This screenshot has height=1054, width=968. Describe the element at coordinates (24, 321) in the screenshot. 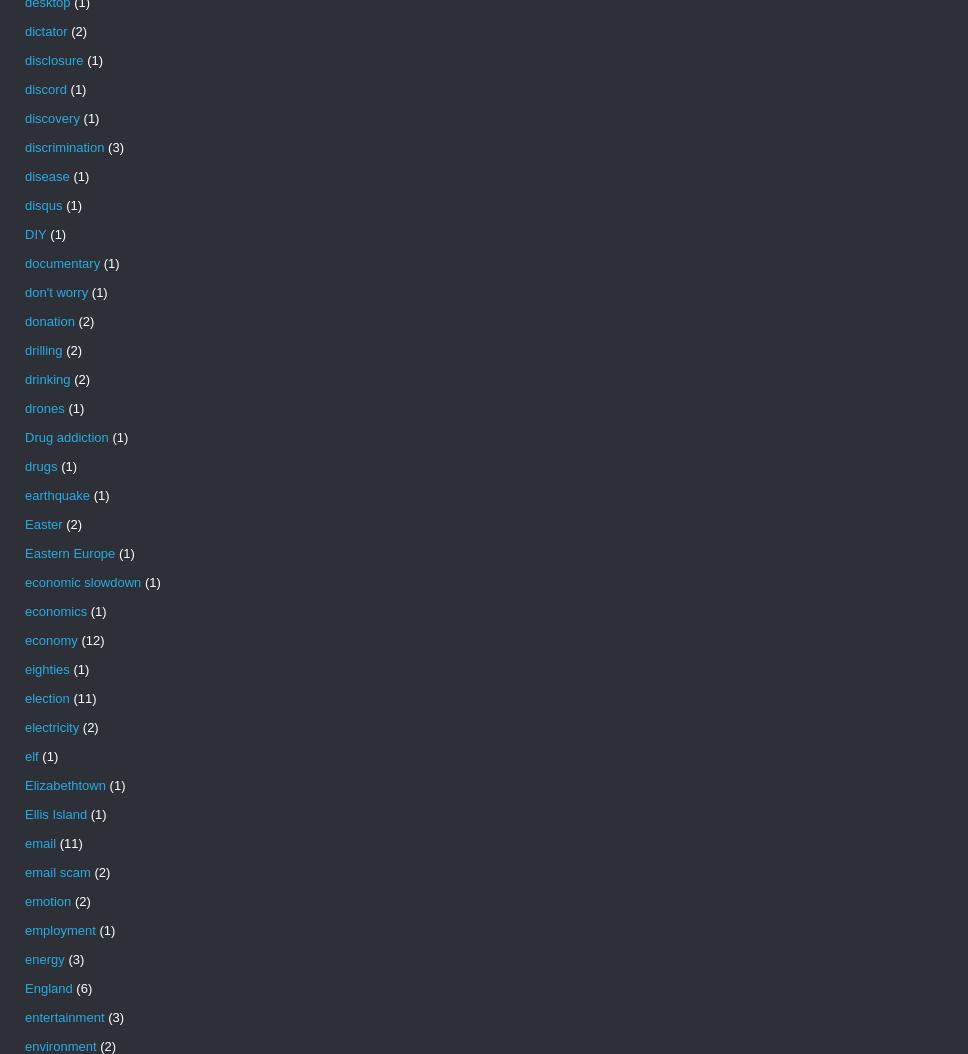

I see `'donation'` at that location.